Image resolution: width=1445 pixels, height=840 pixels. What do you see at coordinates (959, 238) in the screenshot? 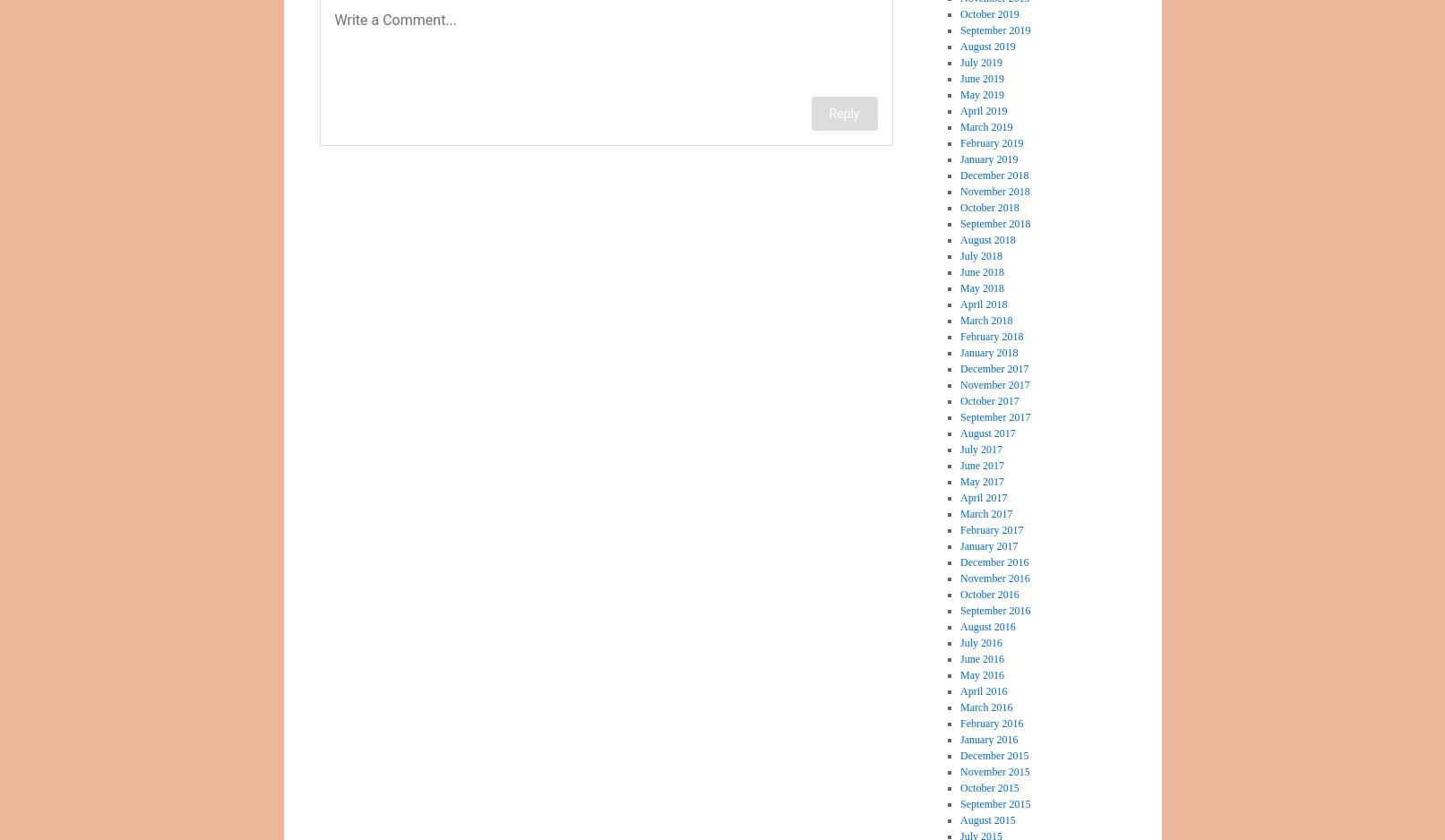
I see `'August 2018'` at bounding box center [959, 238].